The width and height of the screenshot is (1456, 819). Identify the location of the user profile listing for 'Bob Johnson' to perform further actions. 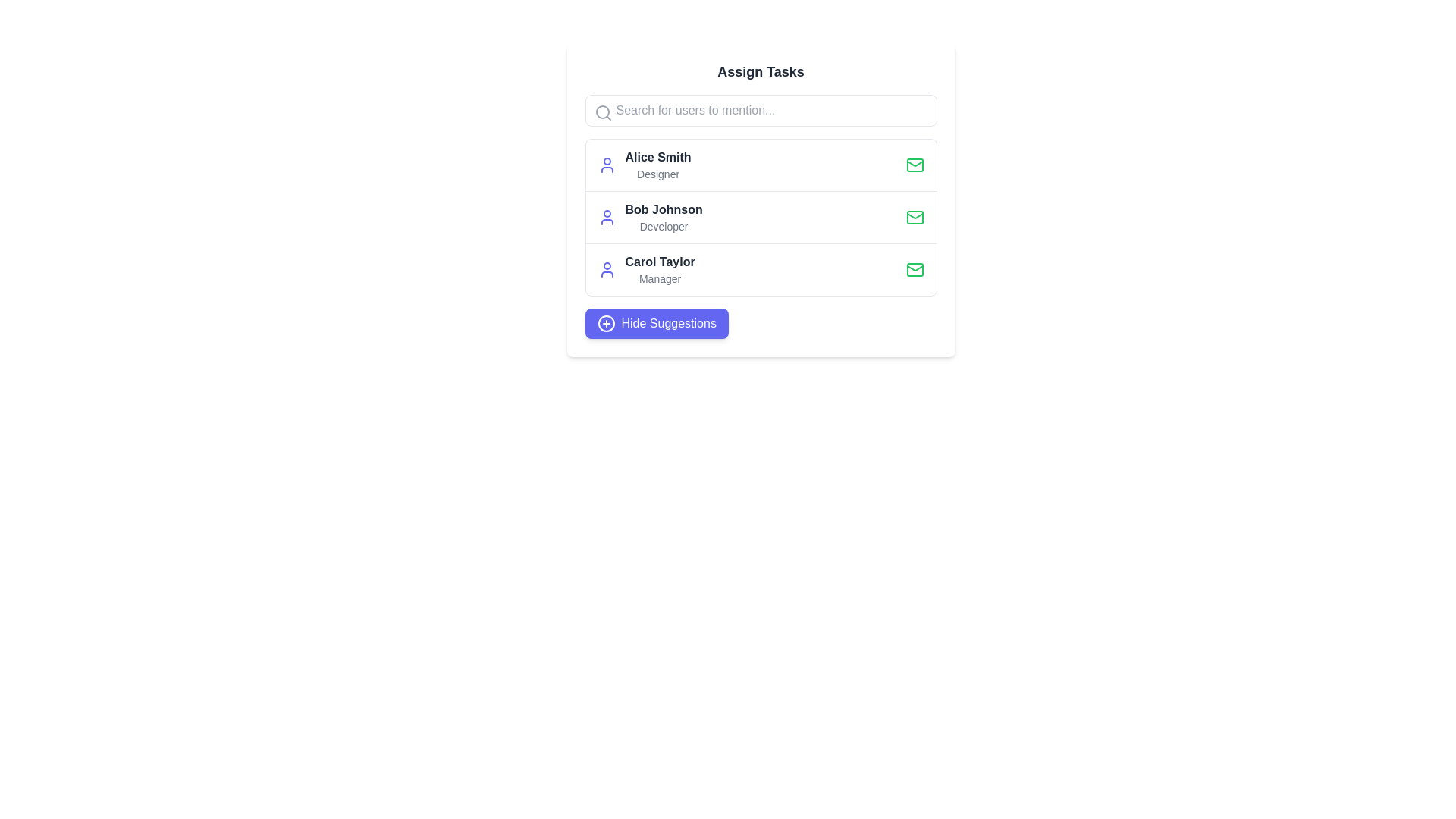
(761, 217).